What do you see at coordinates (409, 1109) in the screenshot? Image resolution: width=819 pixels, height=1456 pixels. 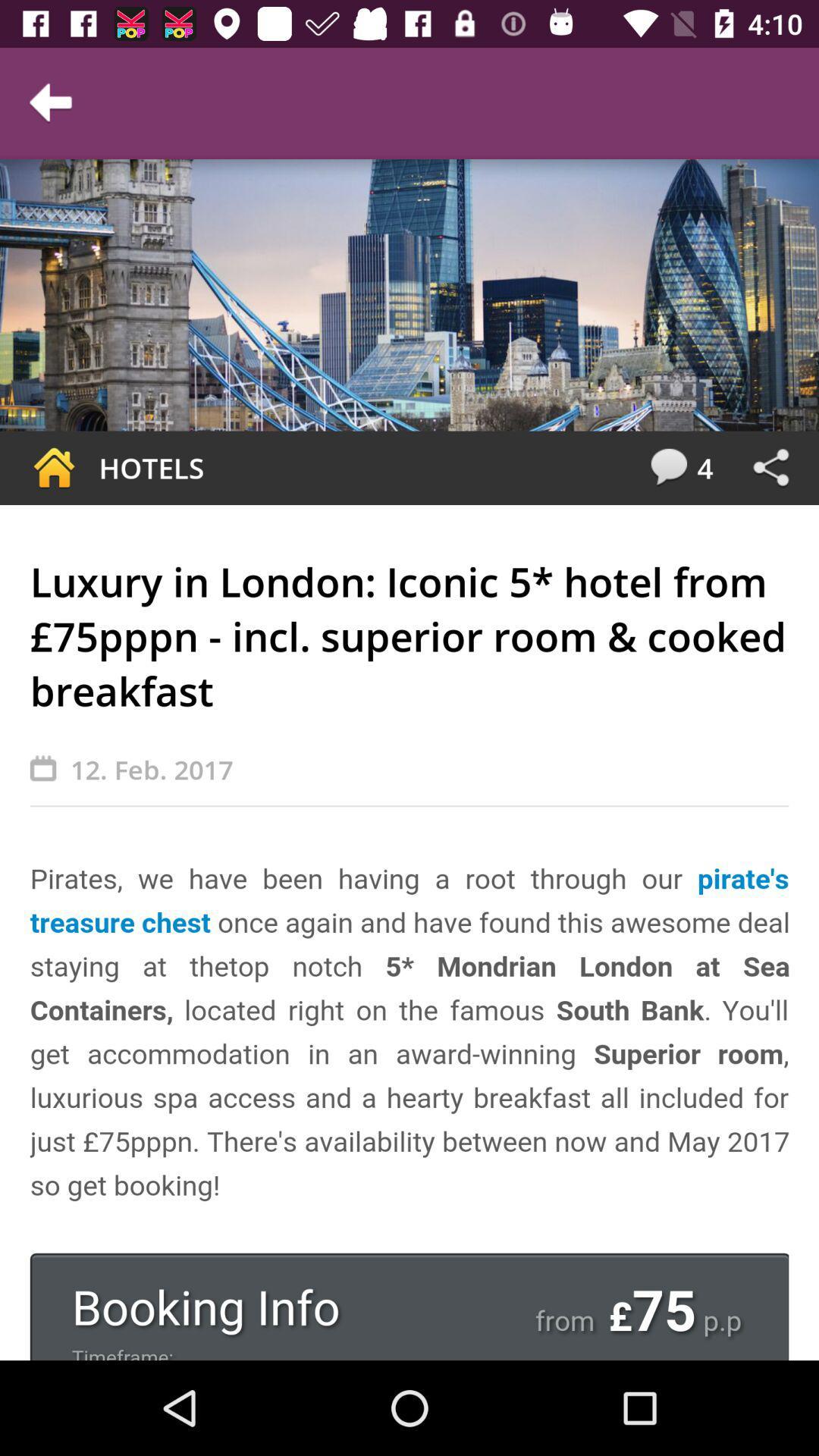 I see `hotel description` at bounding box center [409, 1109].